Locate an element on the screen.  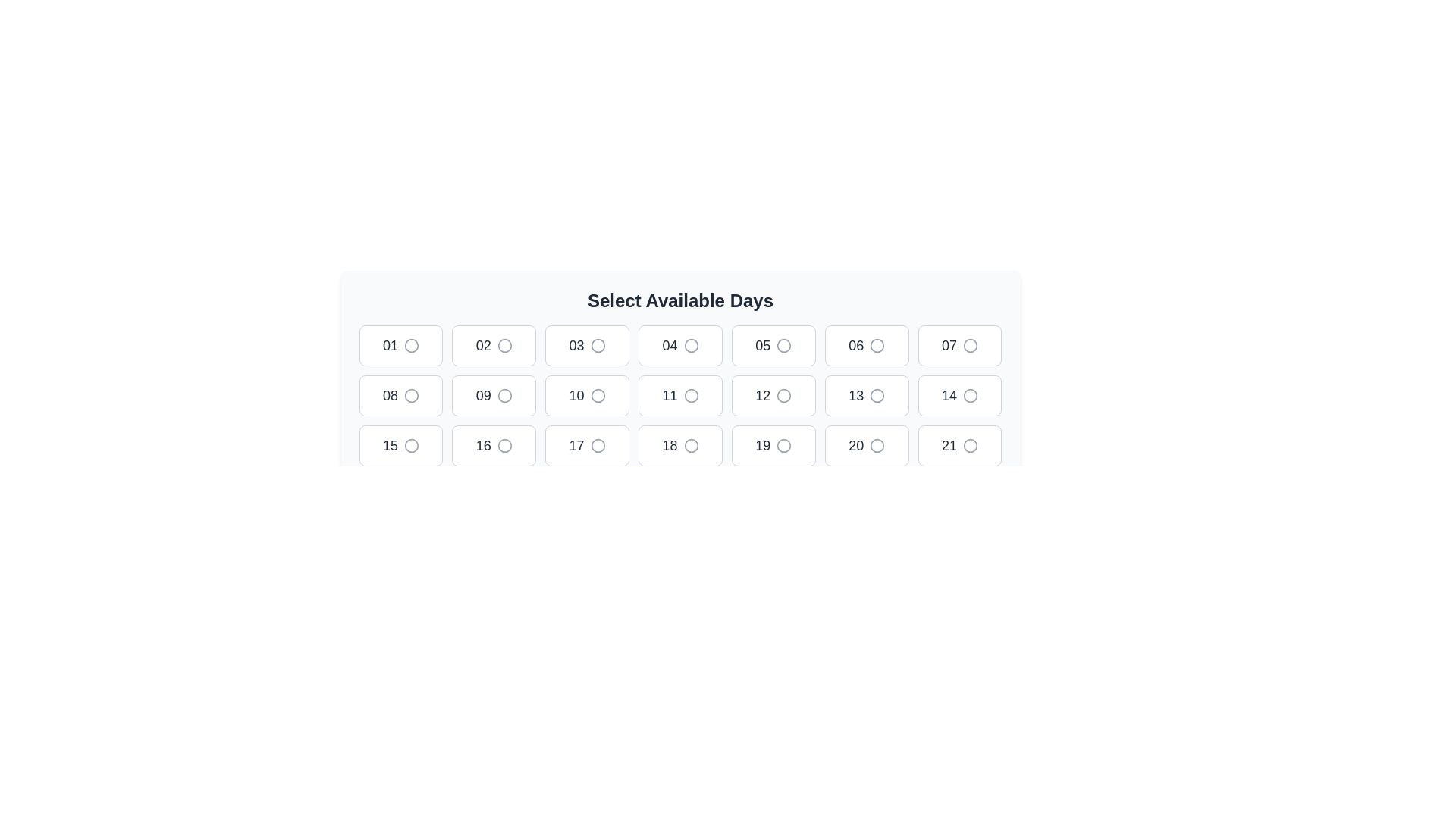
the radio button for selecting the 13th day in the 'Select Available Days' grid interface is located at coordinates (867, 394).